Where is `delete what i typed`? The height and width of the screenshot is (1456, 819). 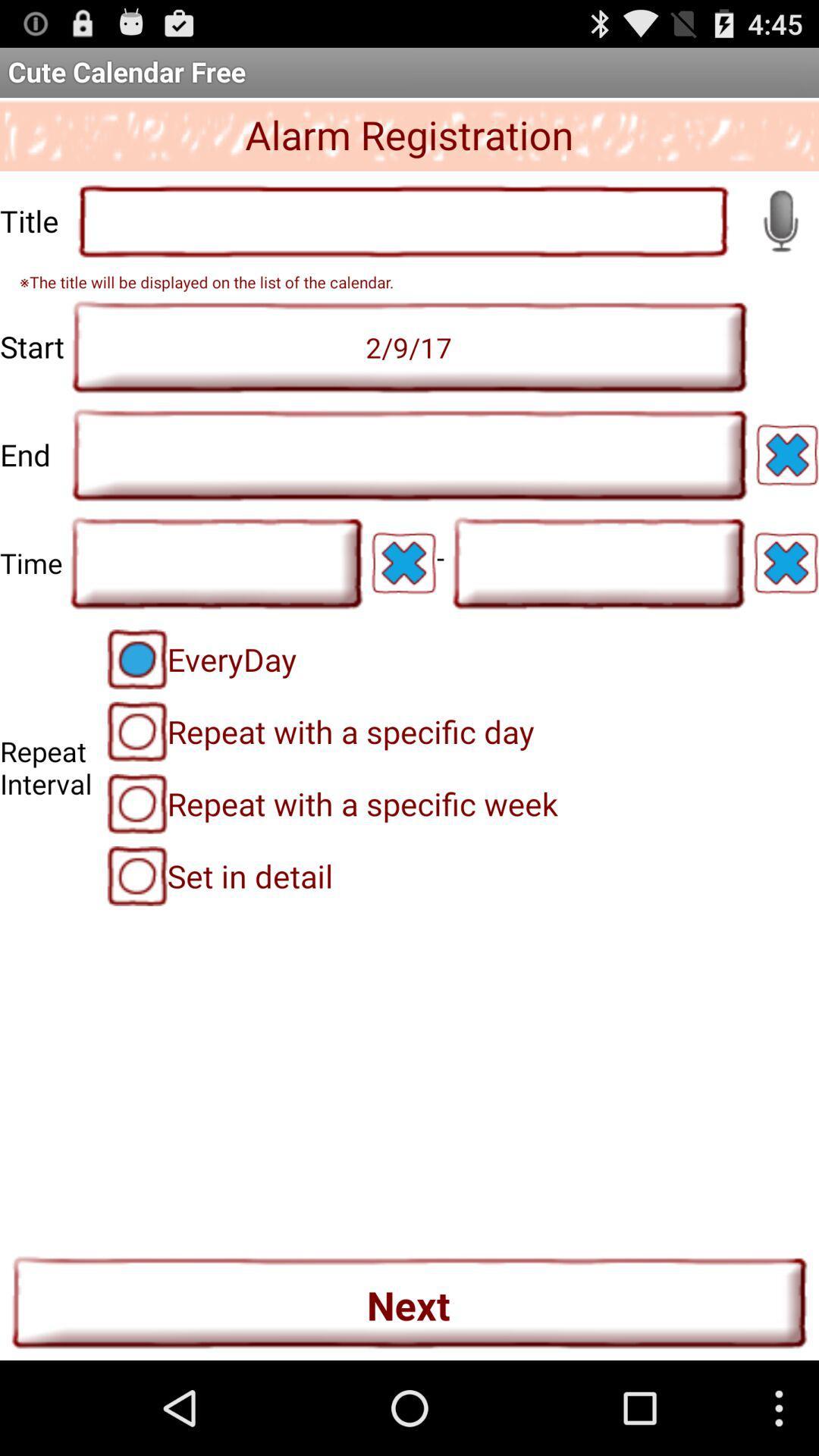
delete what i typed is located at coordinates (403, 562).